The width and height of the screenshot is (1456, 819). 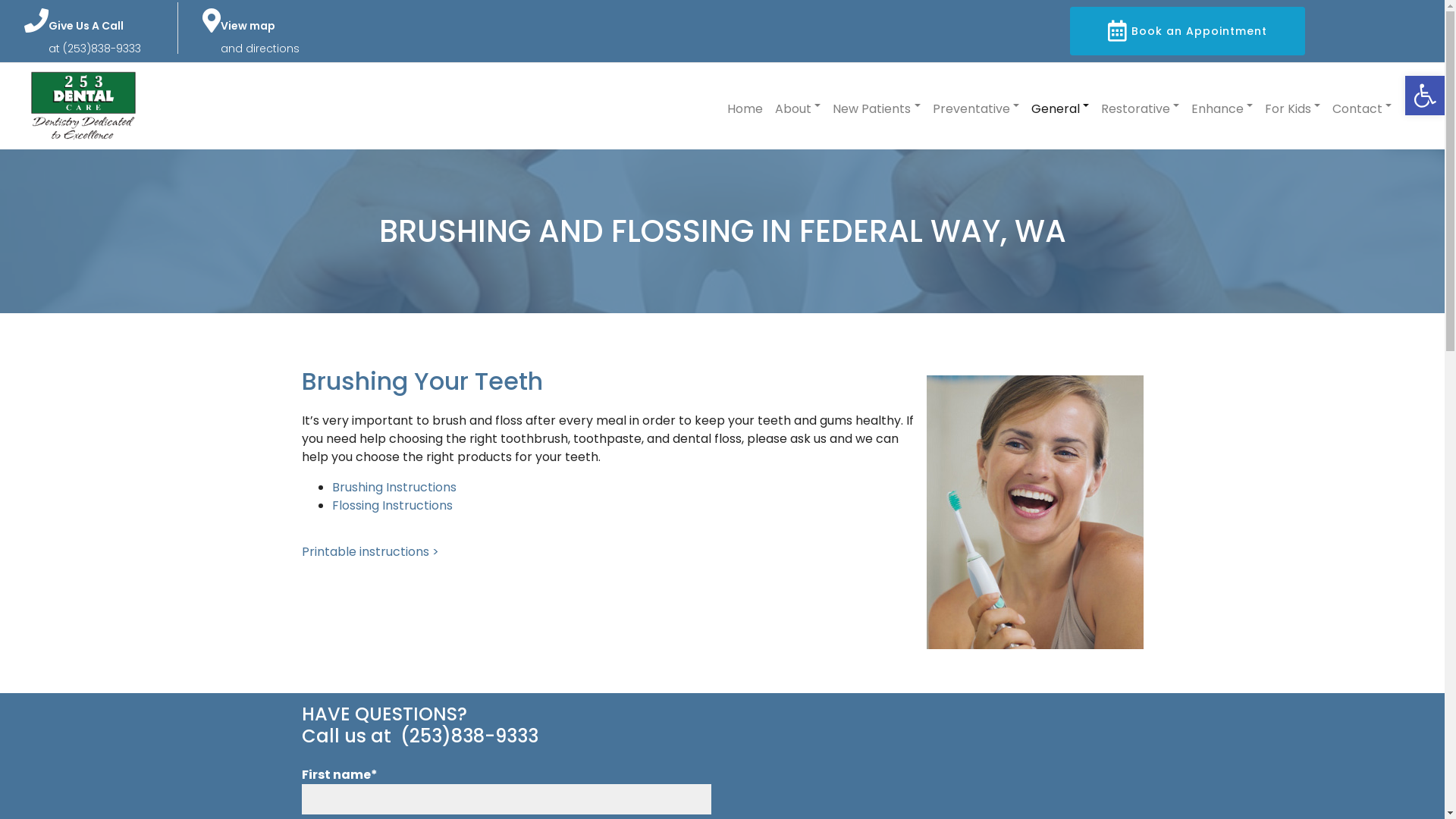 What do you see at coordinates (93, 36) in the screenshot?
I see `'Give Us A Call` at bounding box center [93, 36].